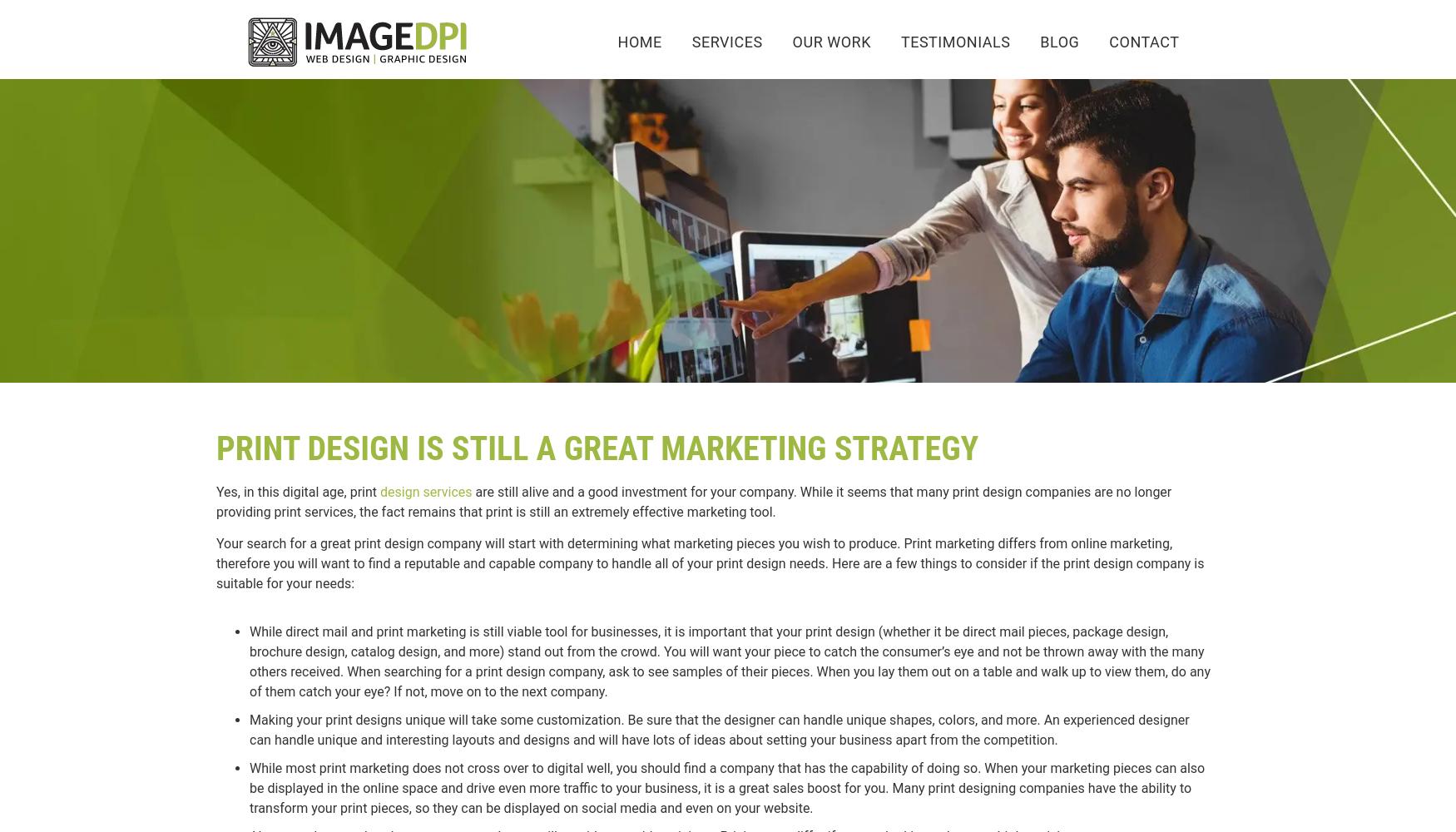 The image size is (1456, 832). What do you see at coordinates (726, 787) in the screenshot?
I see `'While most print marketing does not cross over to digital well, you should find a company that has the capability of doing so. When your marketing pieces can also be displayed in the online space and drive even more traffic to your business, it is a great sales boost for you. Many print designing companies have the ability to transform your print pieces, so they can be displayed on social media and even on your website.'` at bounding box center [726, 787].